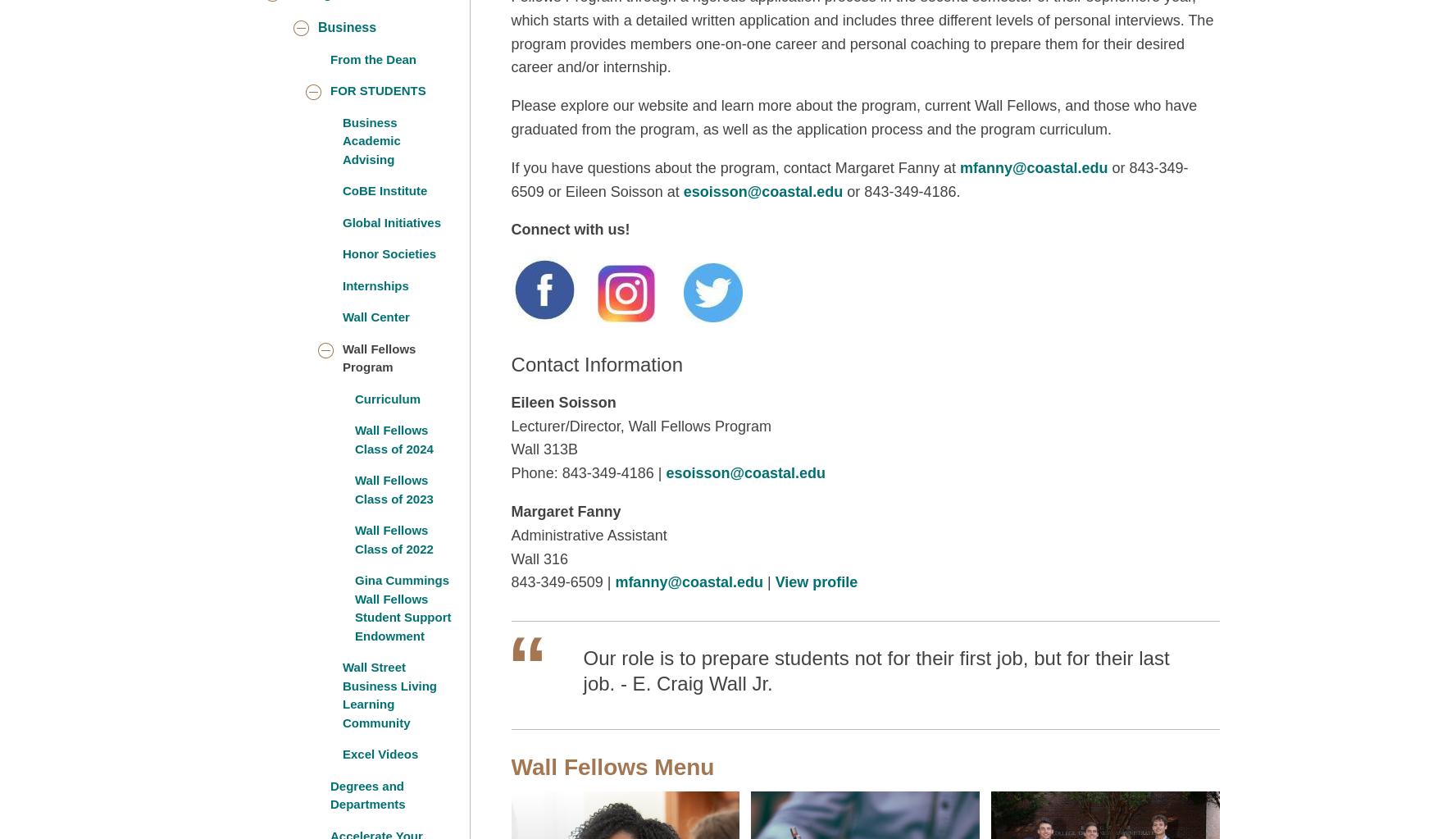  I want to click on 'Connect with us!', so click(570, 228).